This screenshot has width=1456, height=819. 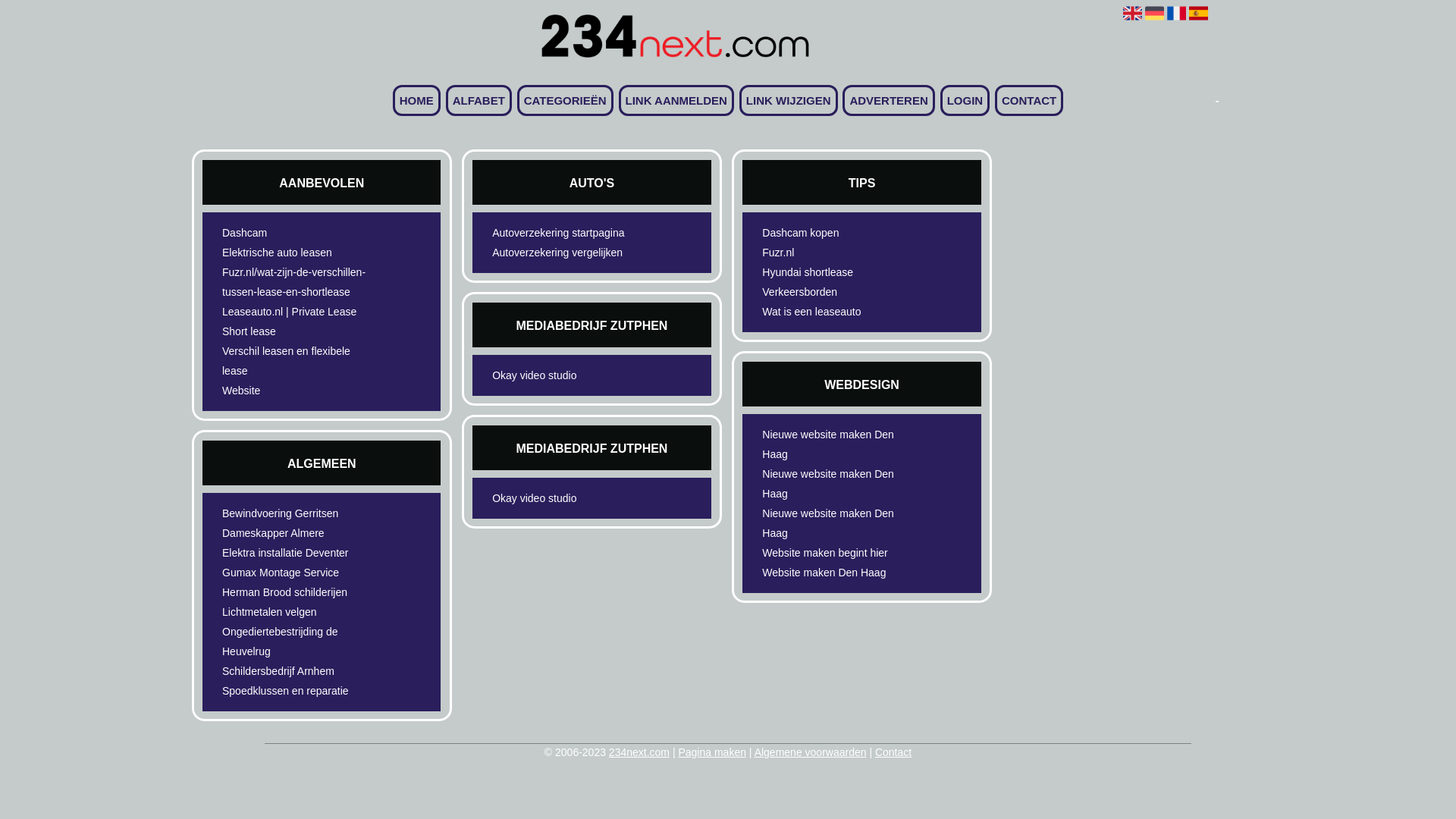 What do you see at coordinates (939, 100) in the screenshot?
I see `'LOGIN'` at bounding box center [939, 100].